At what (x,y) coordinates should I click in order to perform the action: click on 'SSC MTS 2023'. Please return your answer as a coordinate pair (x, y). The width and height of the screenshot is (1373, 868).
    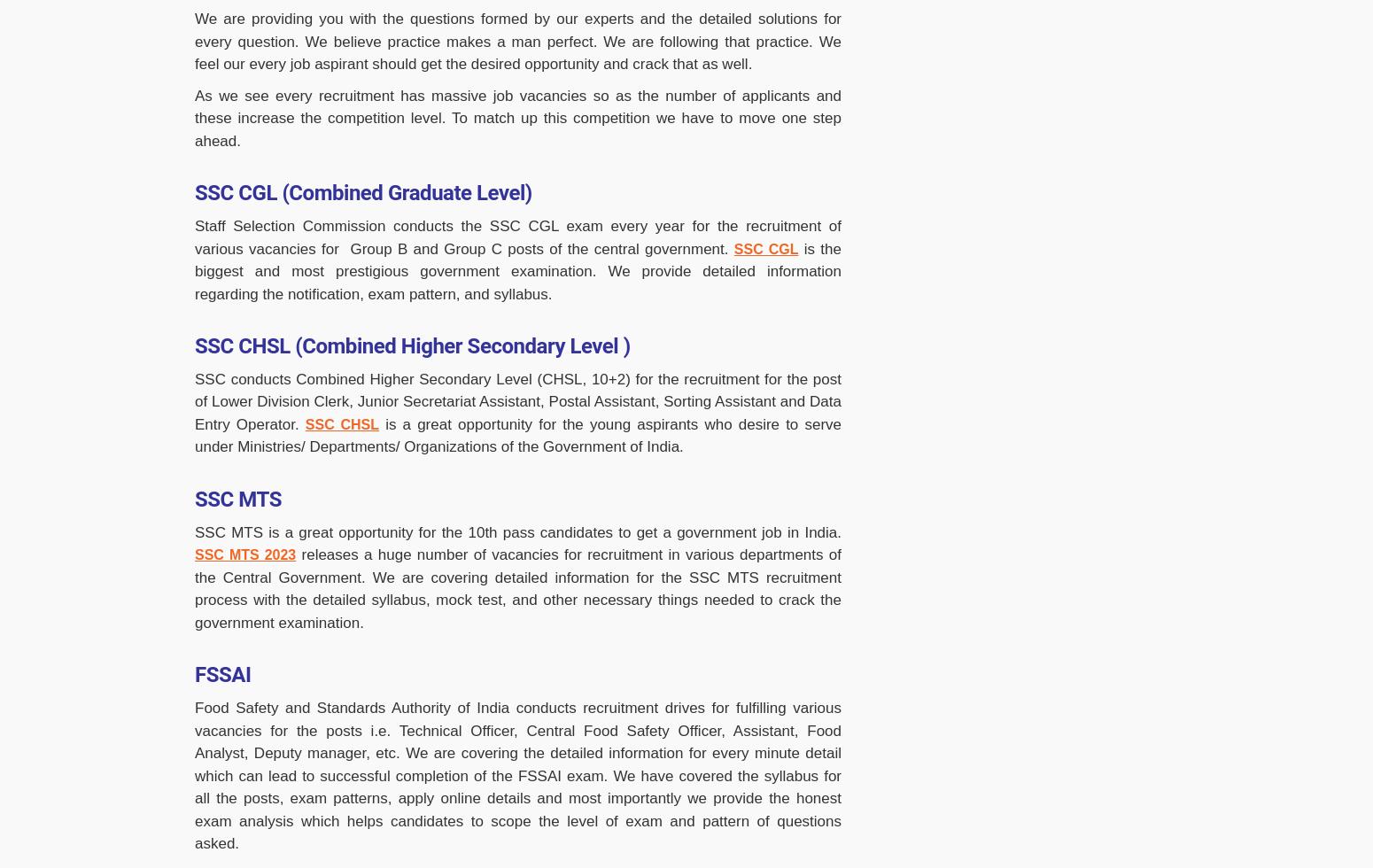
    Looking at the image, I should click on (244, 554).